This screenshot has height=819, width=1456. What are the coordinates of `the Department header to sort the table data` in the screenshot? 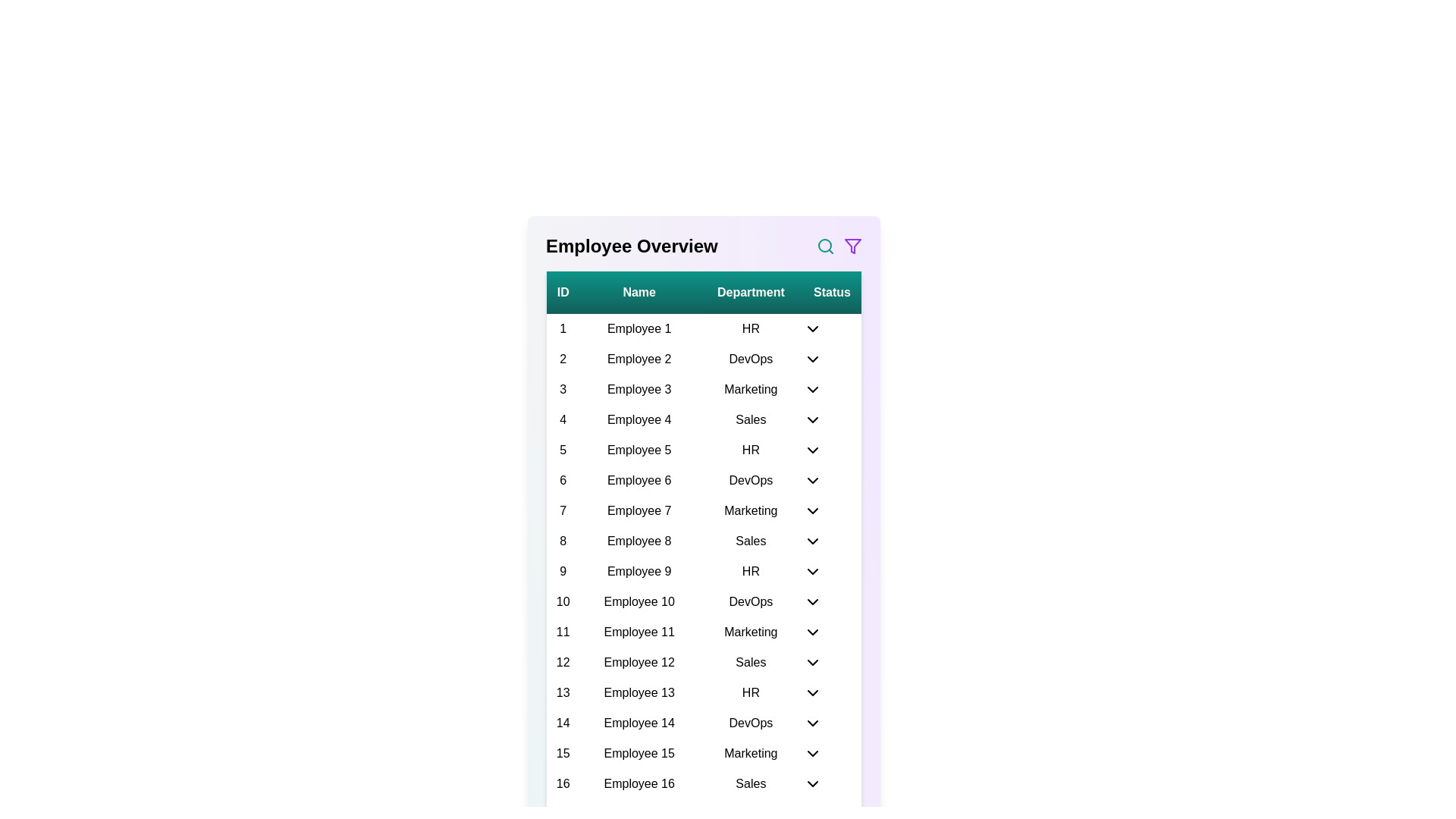 It's located at (751, 292).